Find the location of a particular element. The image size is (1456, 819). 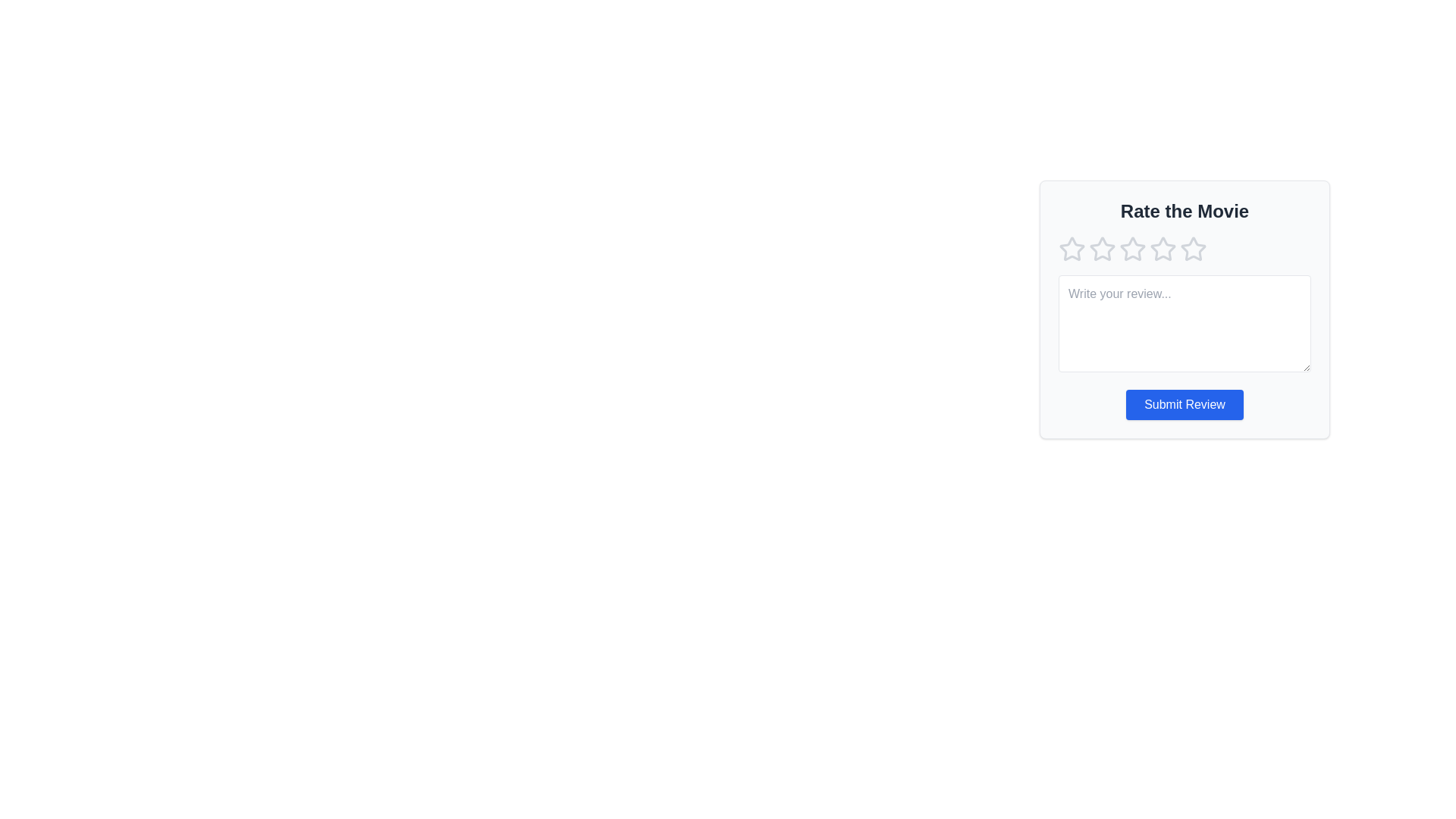

the star rating to 1 by clicking on the corresponding star is located at coordinates (1072, 248).